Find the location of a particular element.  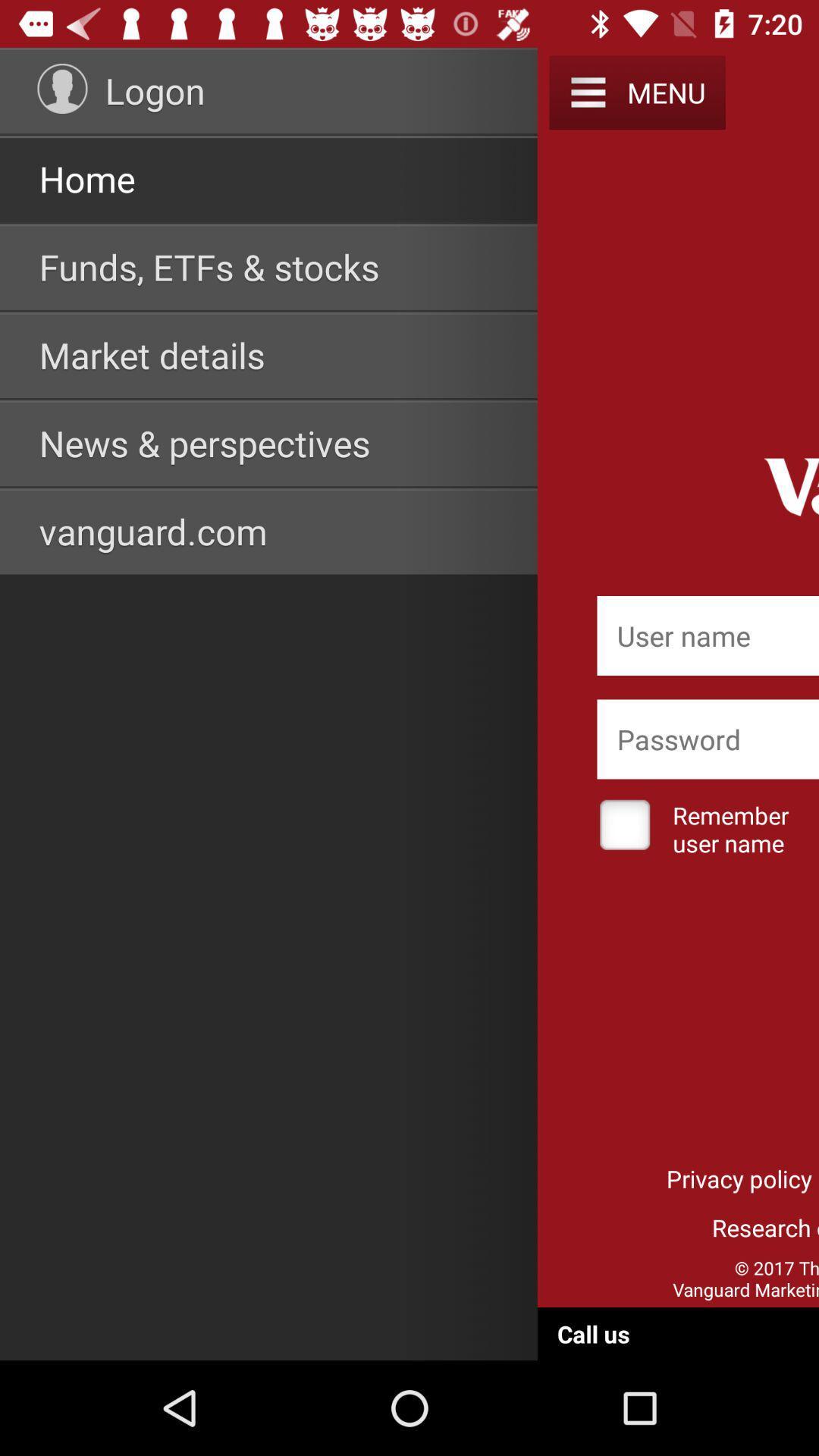

the text above the text passowrd is located at coordinates (708, 635).